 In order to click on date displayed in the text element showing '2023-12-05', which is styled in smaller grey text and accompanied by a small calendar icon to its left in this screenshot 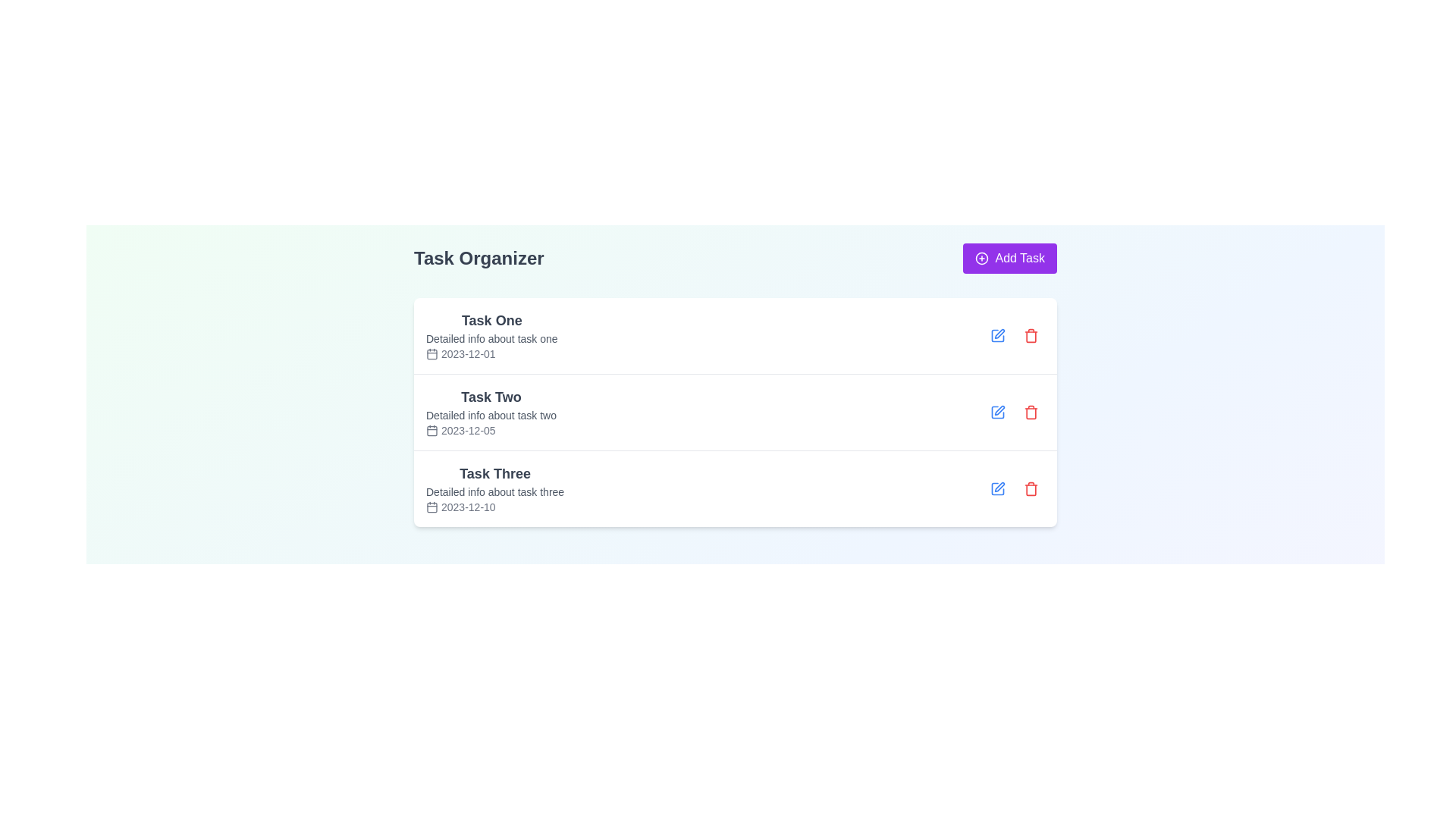, I will do `click(491, 430)`.